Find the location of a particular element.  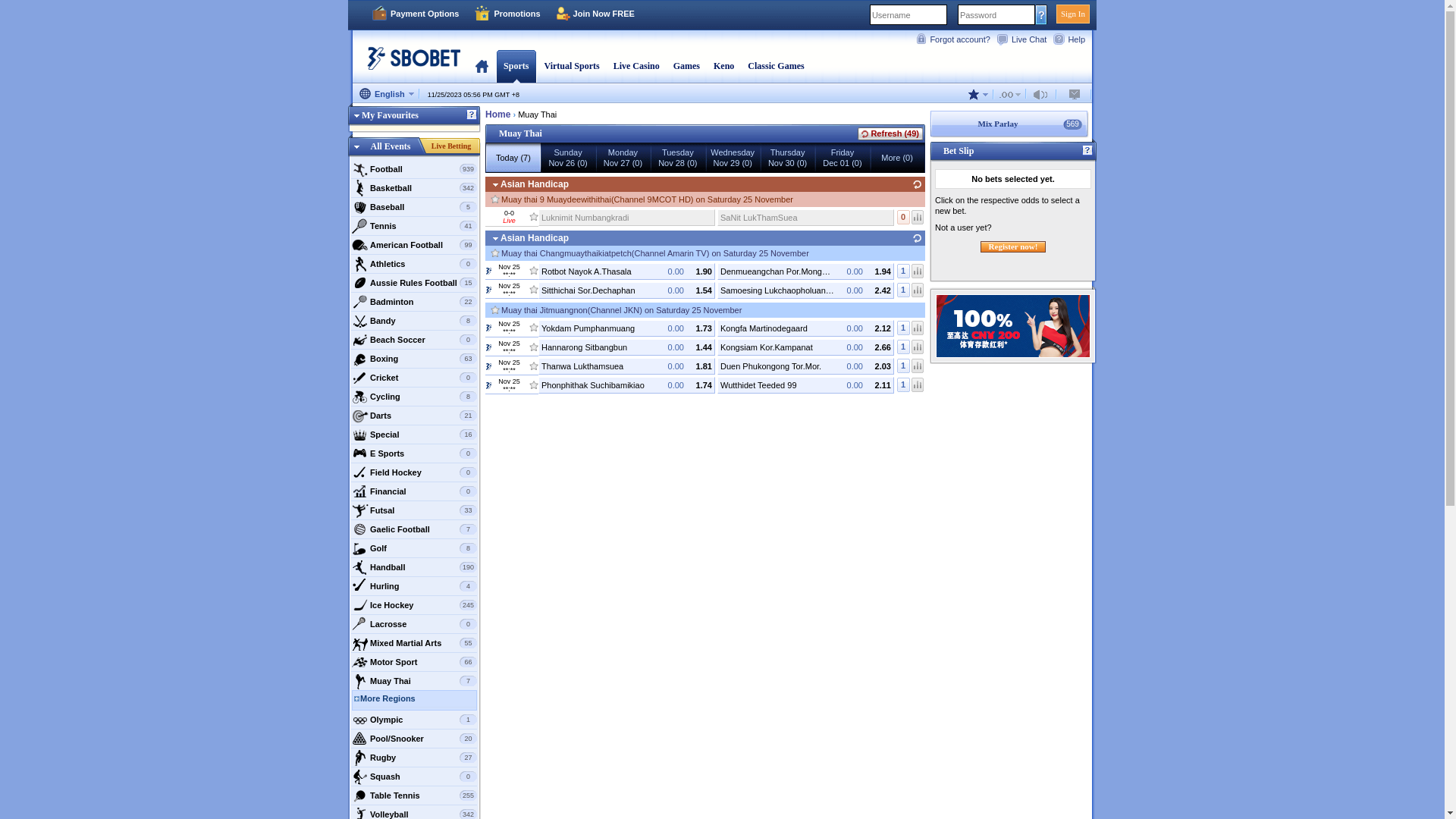

'Keno' is located at coordinates (723, 65).